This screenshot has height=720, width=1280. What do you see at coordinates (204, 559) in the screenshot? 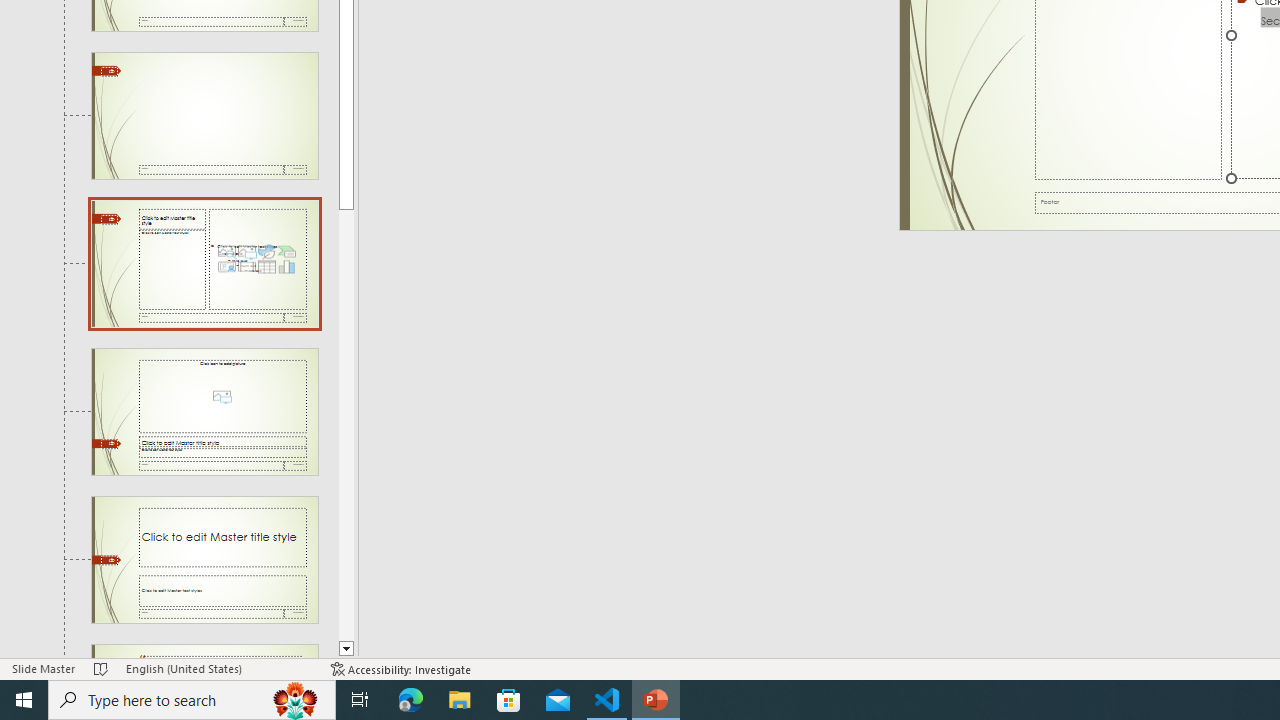
I see `'Slide Title and Caption Layout: used by no slides'` at bounding box center [204, 559].